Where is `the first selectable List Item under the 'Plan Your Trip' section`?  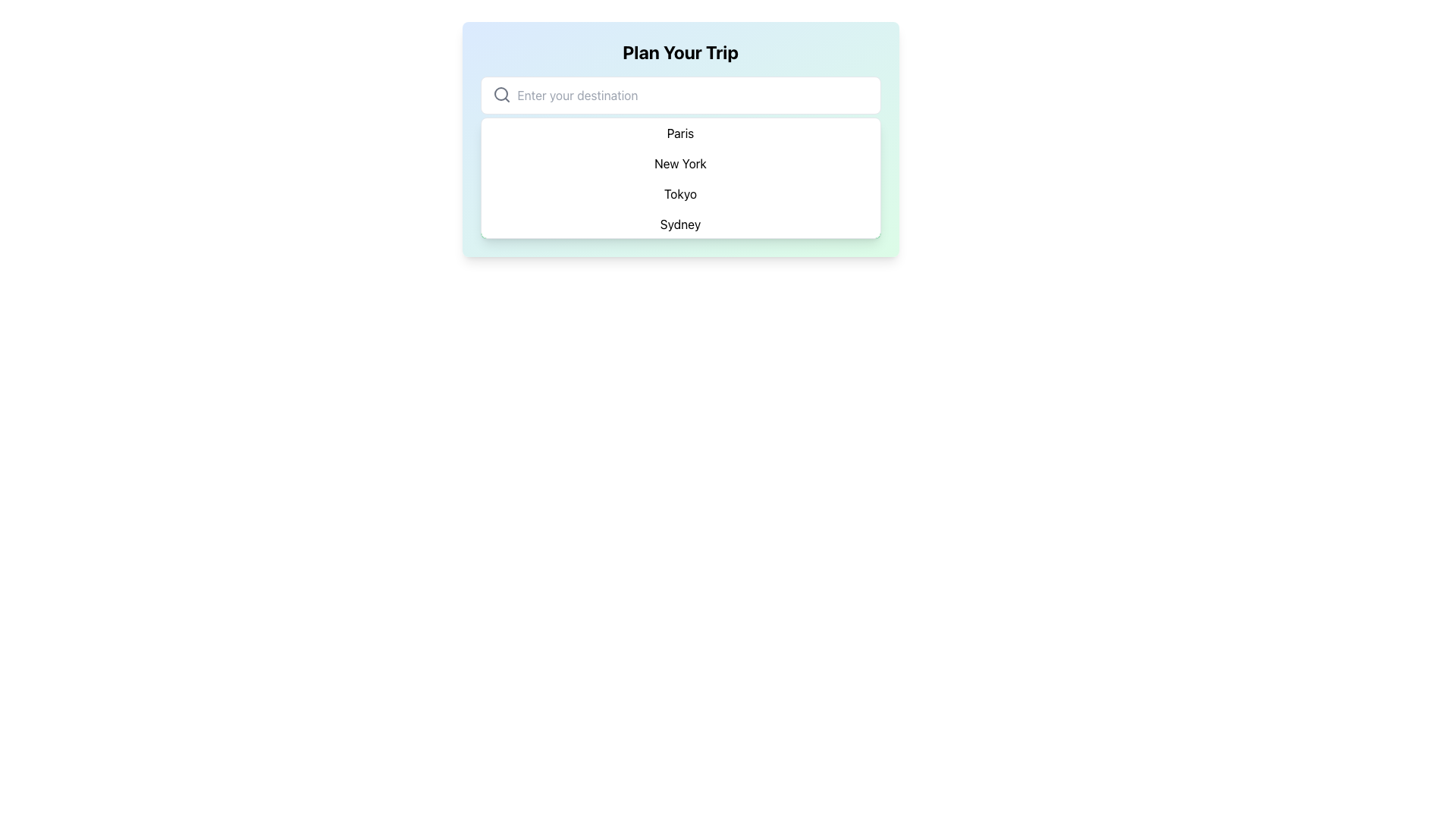 the first selectable List Item under the 'Plan Your Trip' section is located at coordinates (679, 140).